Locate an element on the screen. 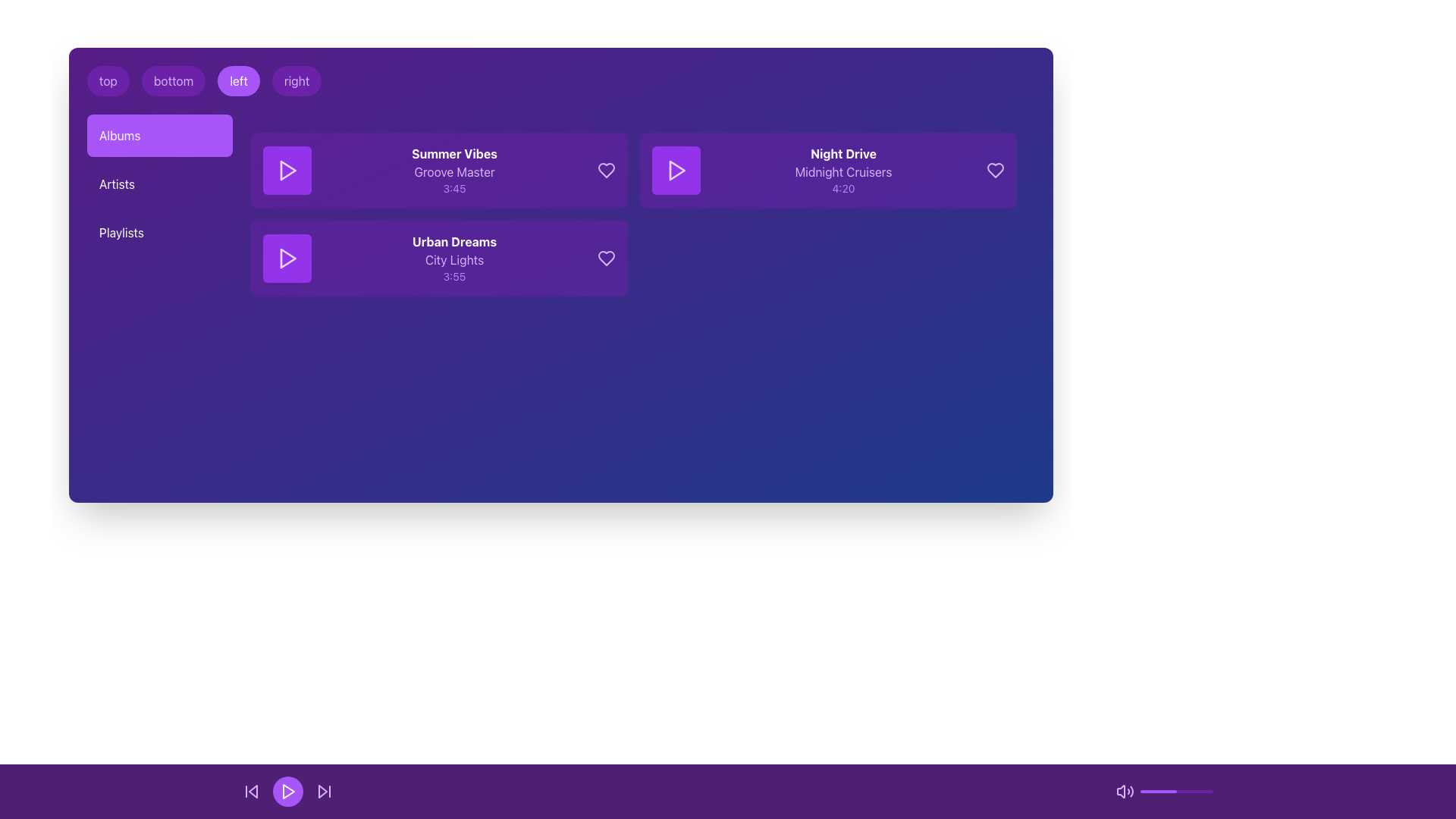 Image resolution: width=1456 pixels, height=819 pixels. text label displaying '4:20', which is styled in a small font size with a light purple color and positioned underneath 'Midnight Cruisers' in a section with a purple background is located at coordinates (843, 188).